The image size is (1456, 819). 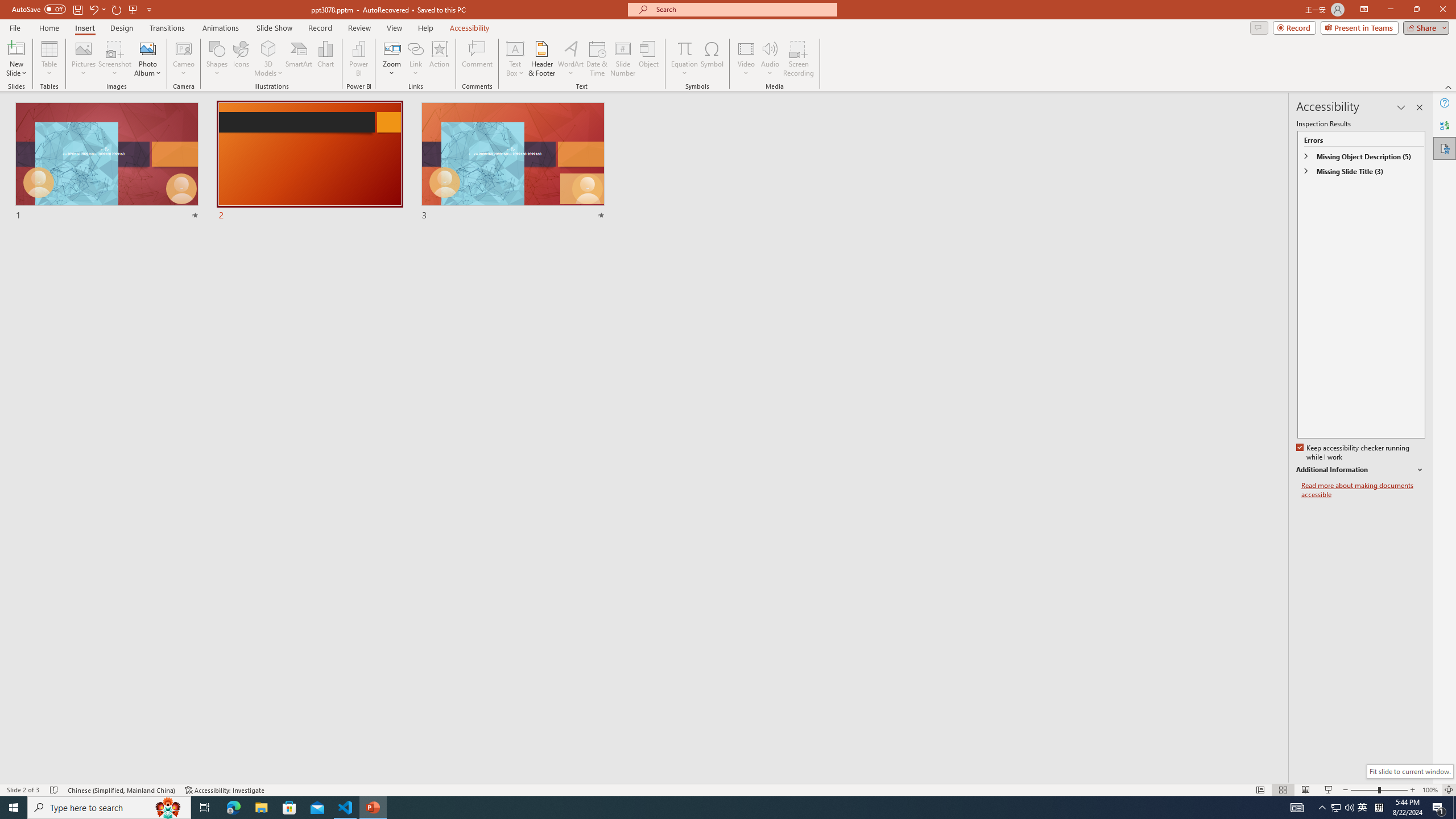 I want to click on 'Symbol...', so click(x=712, y=59).